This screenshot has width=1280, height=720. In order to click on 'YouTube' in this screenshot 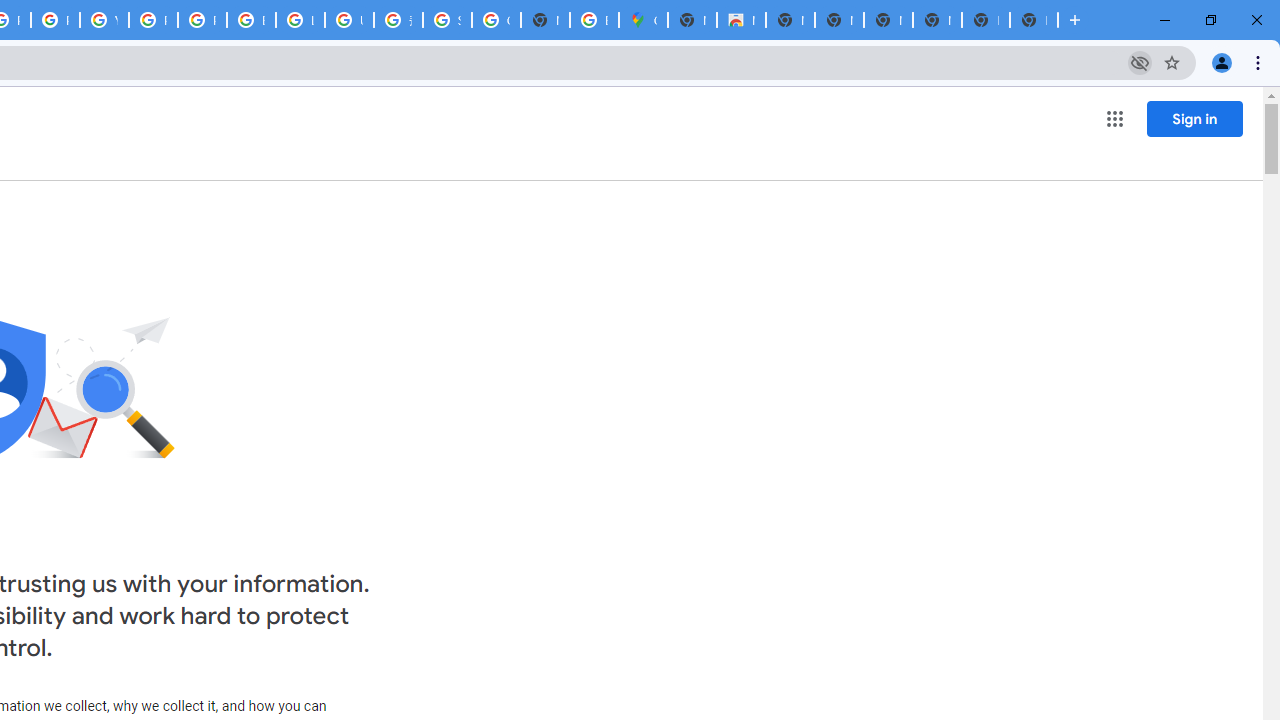, I will do `click(103, 20)`.